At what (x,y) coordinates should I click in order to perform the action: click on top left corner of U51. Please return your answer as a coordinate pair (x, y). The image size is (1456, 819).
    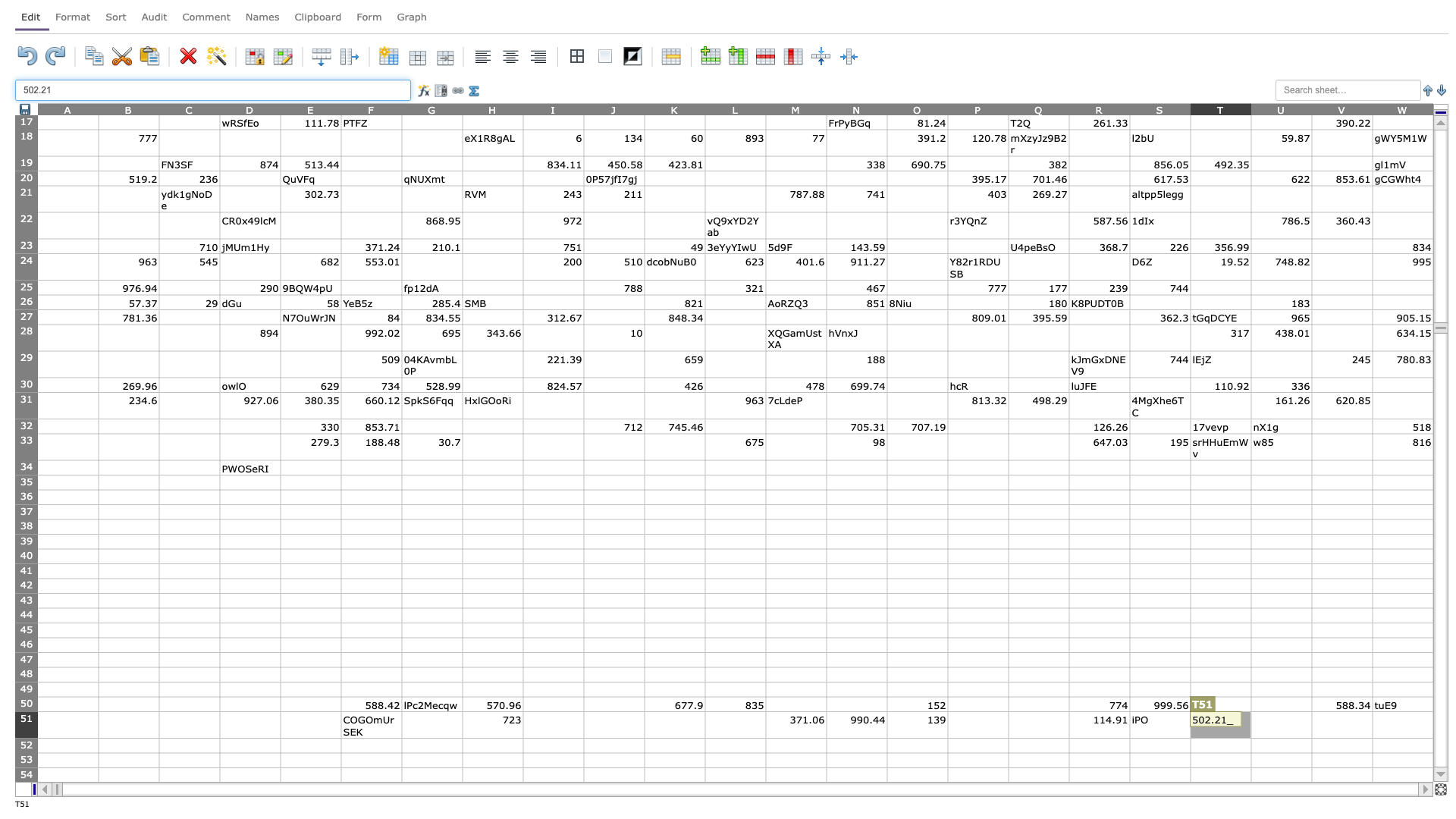
    Looking at the image, I should click on (1251, 711).